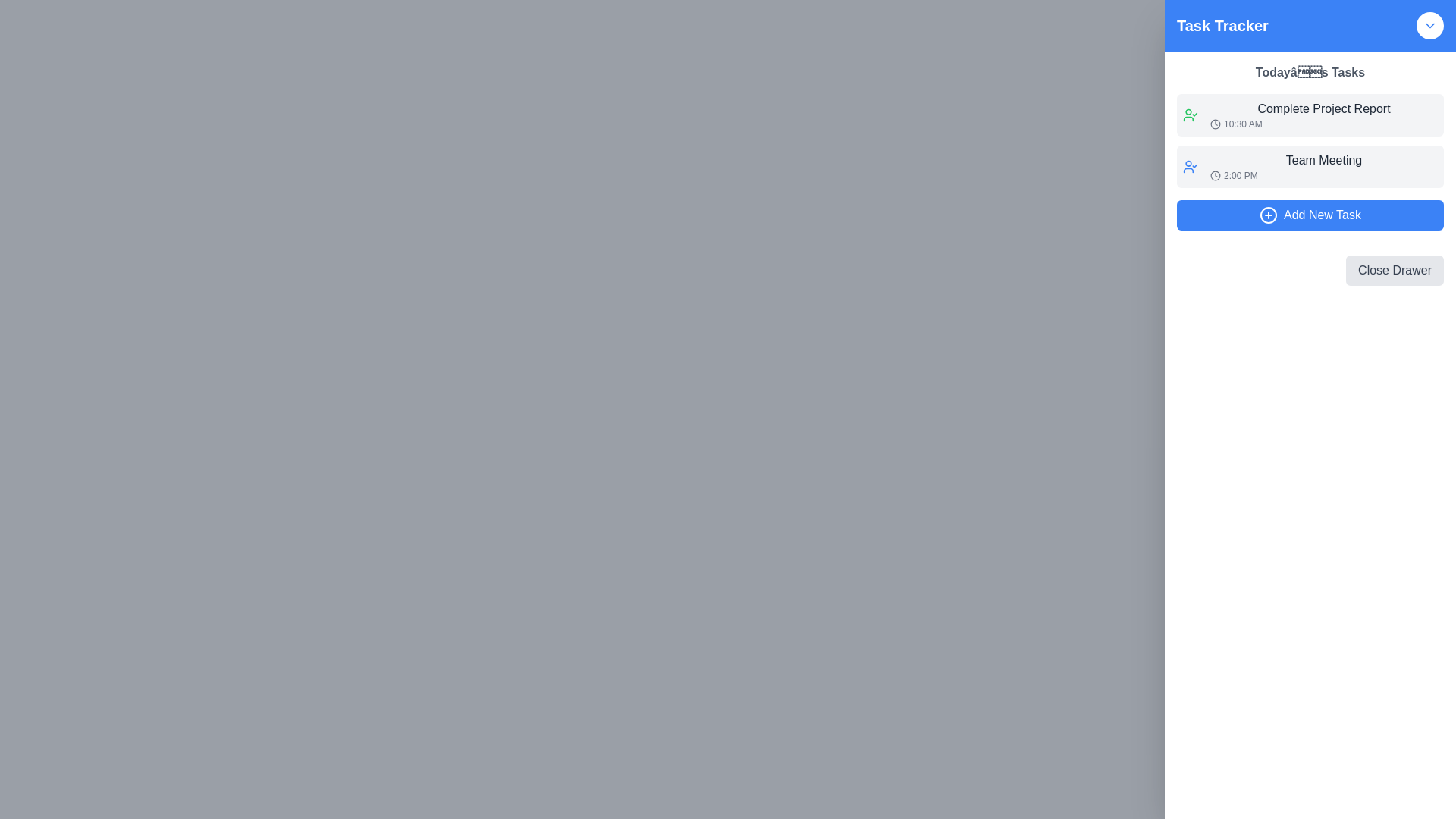 This screenshot has height=819, width=1456. I want to click on the text label styled in dark gray with the text 'Team Meeting', located in the second task section of 'Today's Tasks' before '2:00 PM', so click(1323, 161).